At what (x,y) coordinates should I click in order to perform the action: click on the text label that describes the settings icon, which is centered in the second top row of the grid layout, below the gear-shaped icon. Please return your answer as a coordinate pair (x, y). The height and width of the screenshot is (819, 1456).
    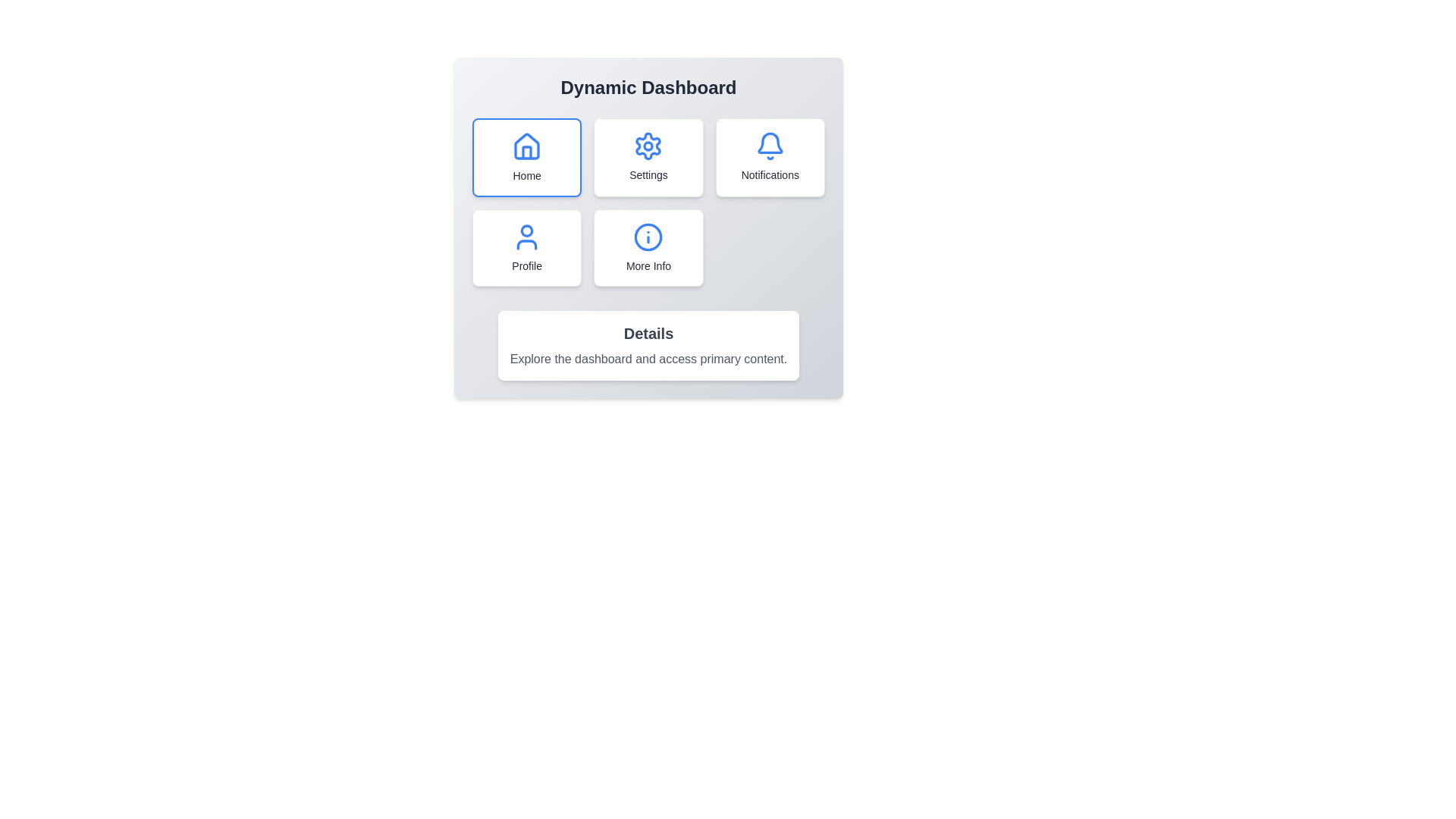
    Looking at the image, I should click on (648, 174).